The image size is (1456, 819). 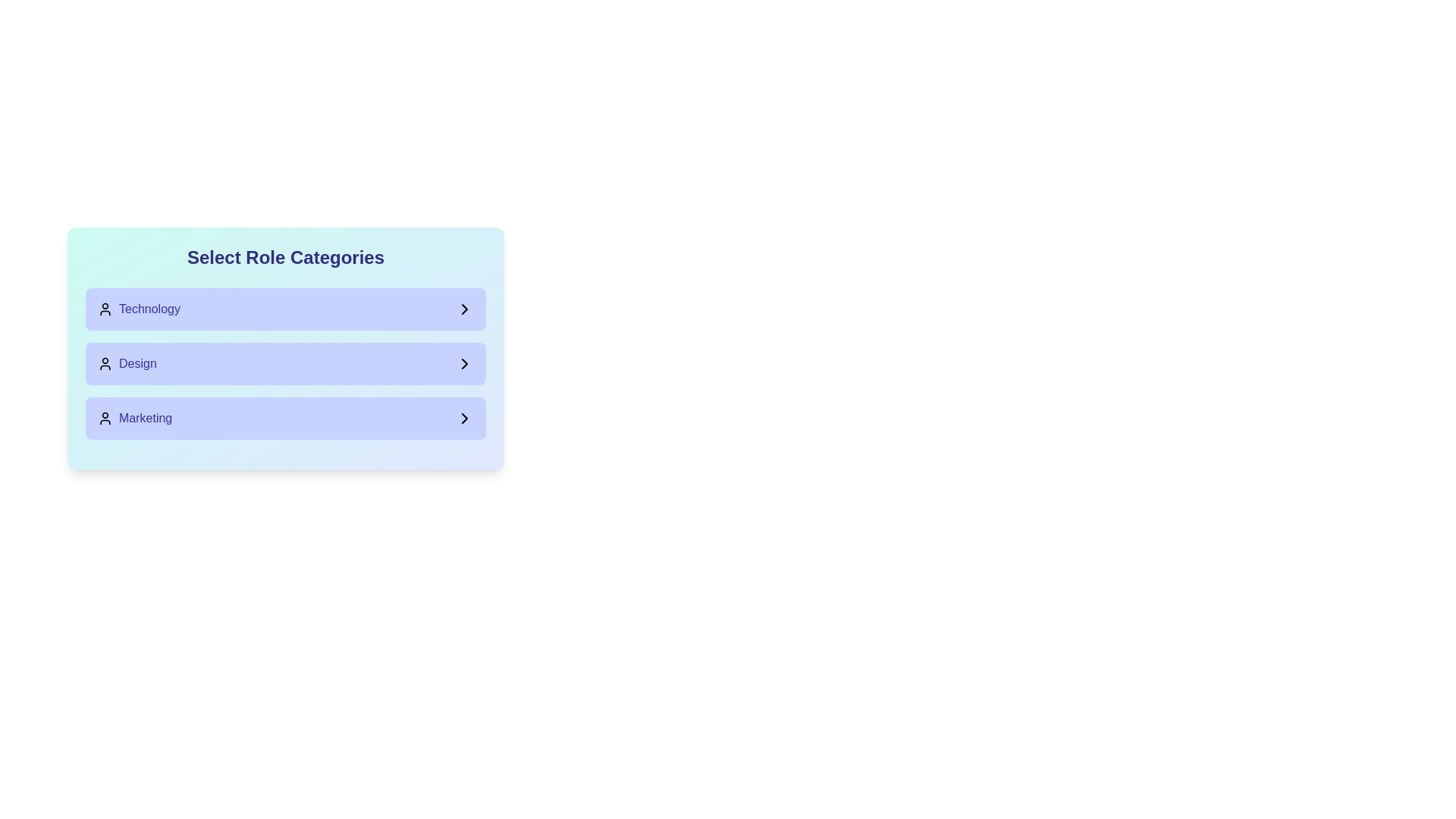 What do you see at coordinates (139, 309) in the screenshot?
I see `the 'Technology' category selector using keyboard navigation` at bounding box center [139, 309].